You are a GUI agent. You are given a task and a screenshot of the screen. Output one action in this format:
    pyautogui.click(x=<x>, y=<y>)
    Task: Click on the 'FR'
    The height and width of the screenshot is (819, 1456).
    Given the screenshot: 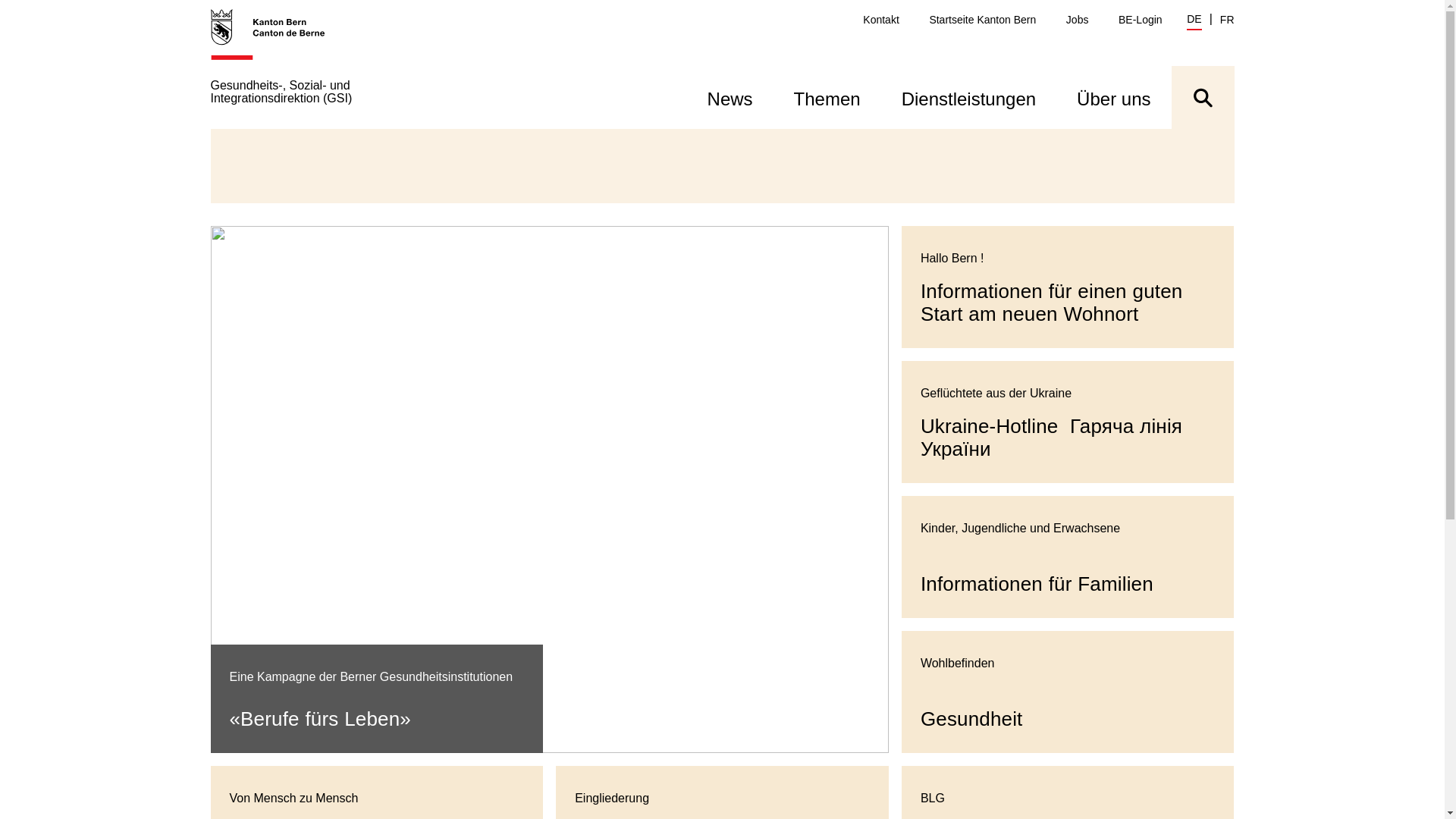 What is the action you would take?
    pyautogui.click(x=1227, y=20)
    